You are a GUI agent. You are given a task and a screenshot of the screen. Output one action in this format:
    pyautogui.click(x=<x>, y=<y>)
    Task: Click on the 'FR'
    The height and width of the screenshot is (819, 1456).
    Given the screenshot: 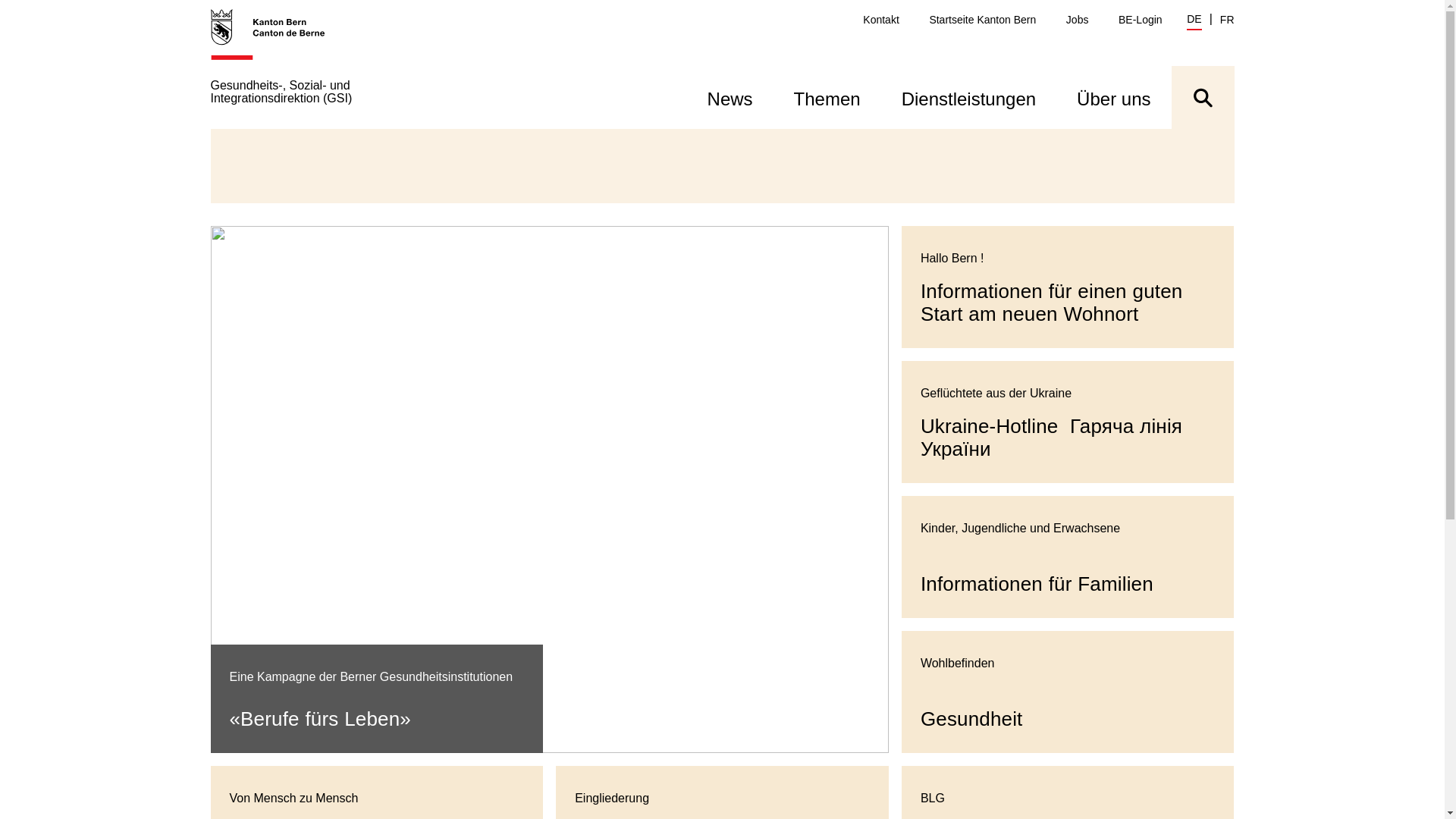 What is the action you would take?
    pyautogui.click(x=1227, y=20)
    